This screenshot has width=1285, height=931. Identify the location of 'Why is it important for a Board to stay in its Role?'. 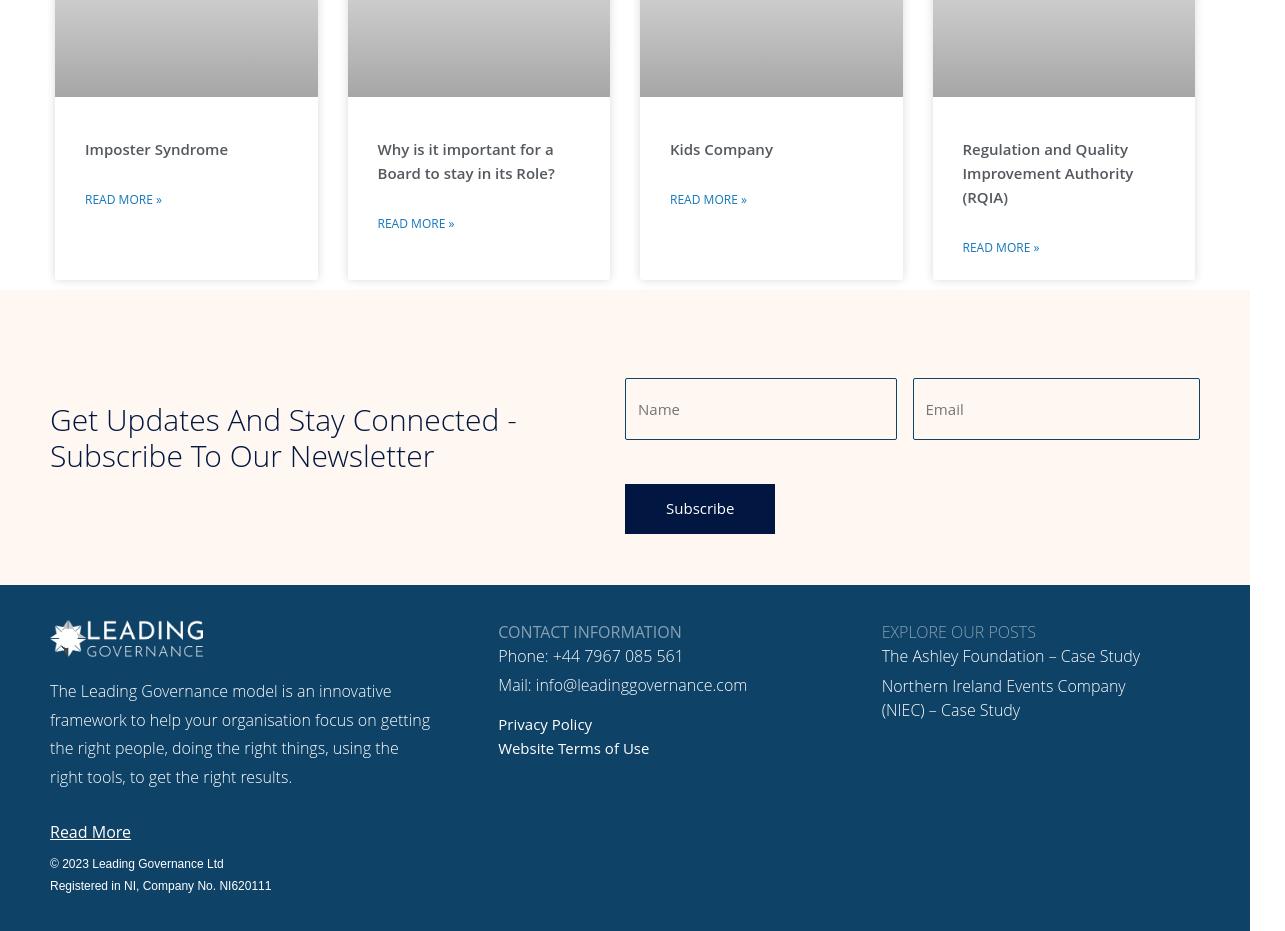
(465, 159).